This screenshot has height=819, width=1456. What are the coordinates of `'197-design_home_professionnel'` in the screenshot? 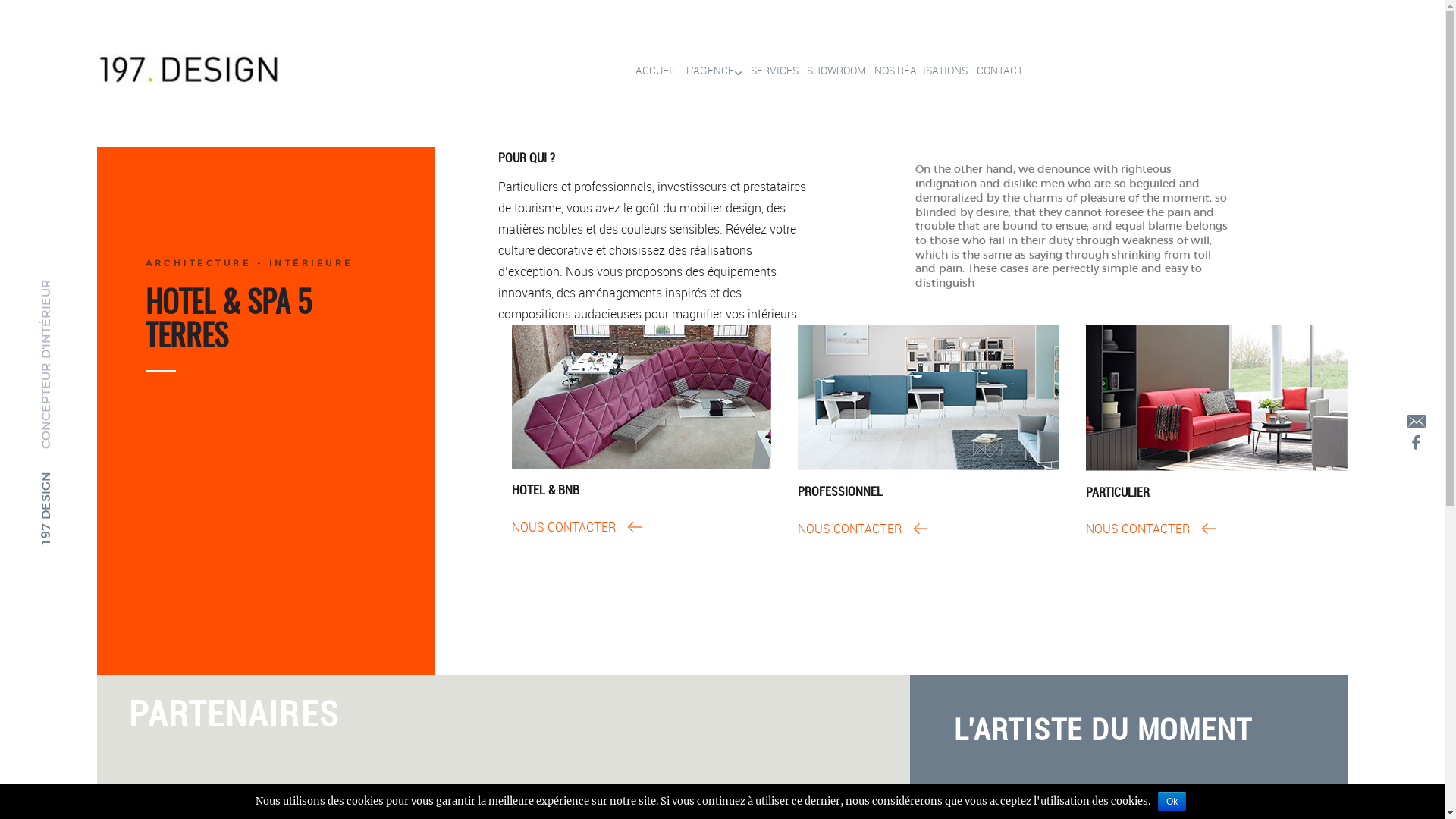 It's located at (927, 397).